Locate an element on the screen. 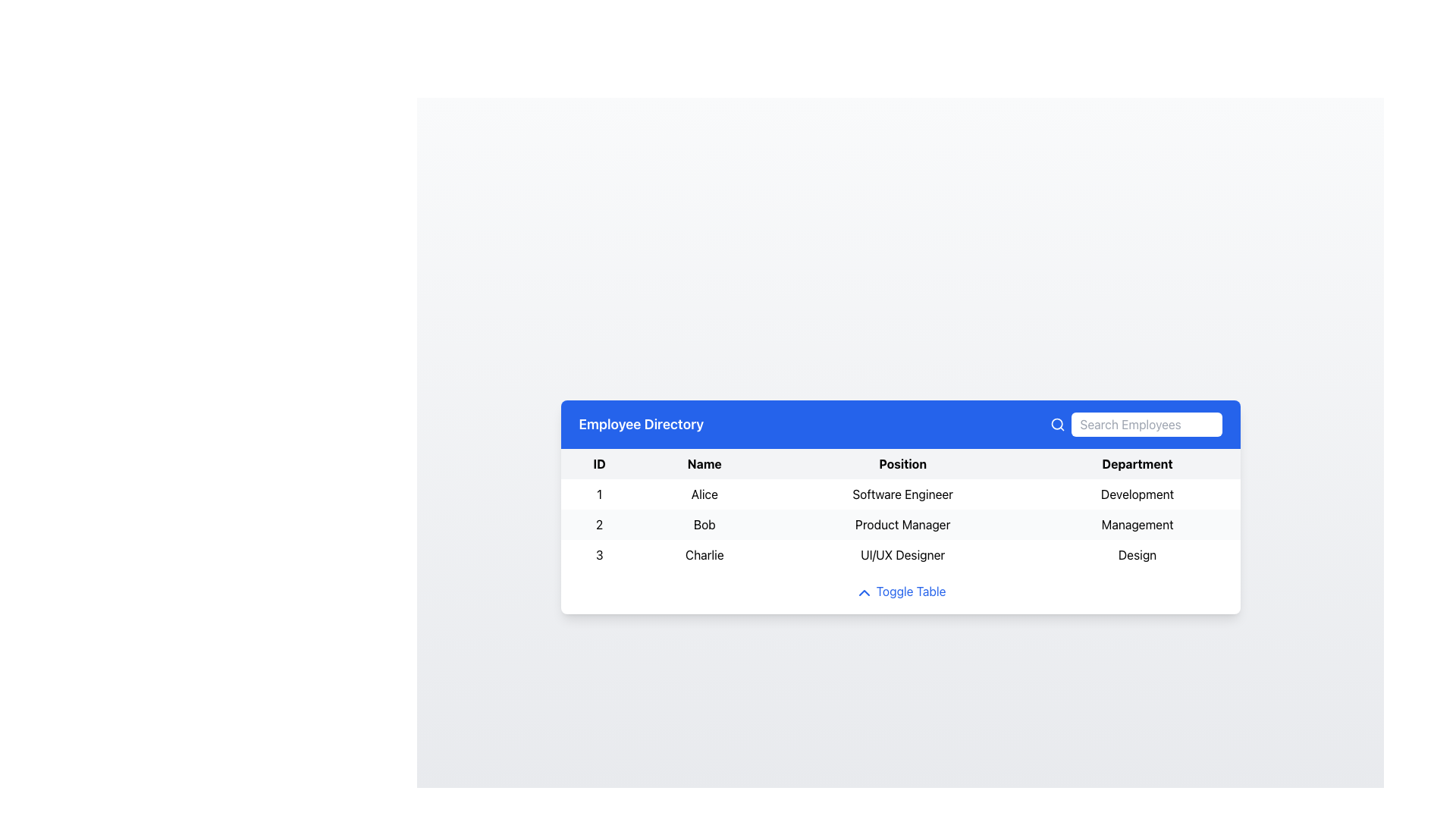 The image size is (1456, 819). the Interactive Link With Icon located at the bottom of the 'Employee Directory' section to underline the text is located at coordinates (900, 591).